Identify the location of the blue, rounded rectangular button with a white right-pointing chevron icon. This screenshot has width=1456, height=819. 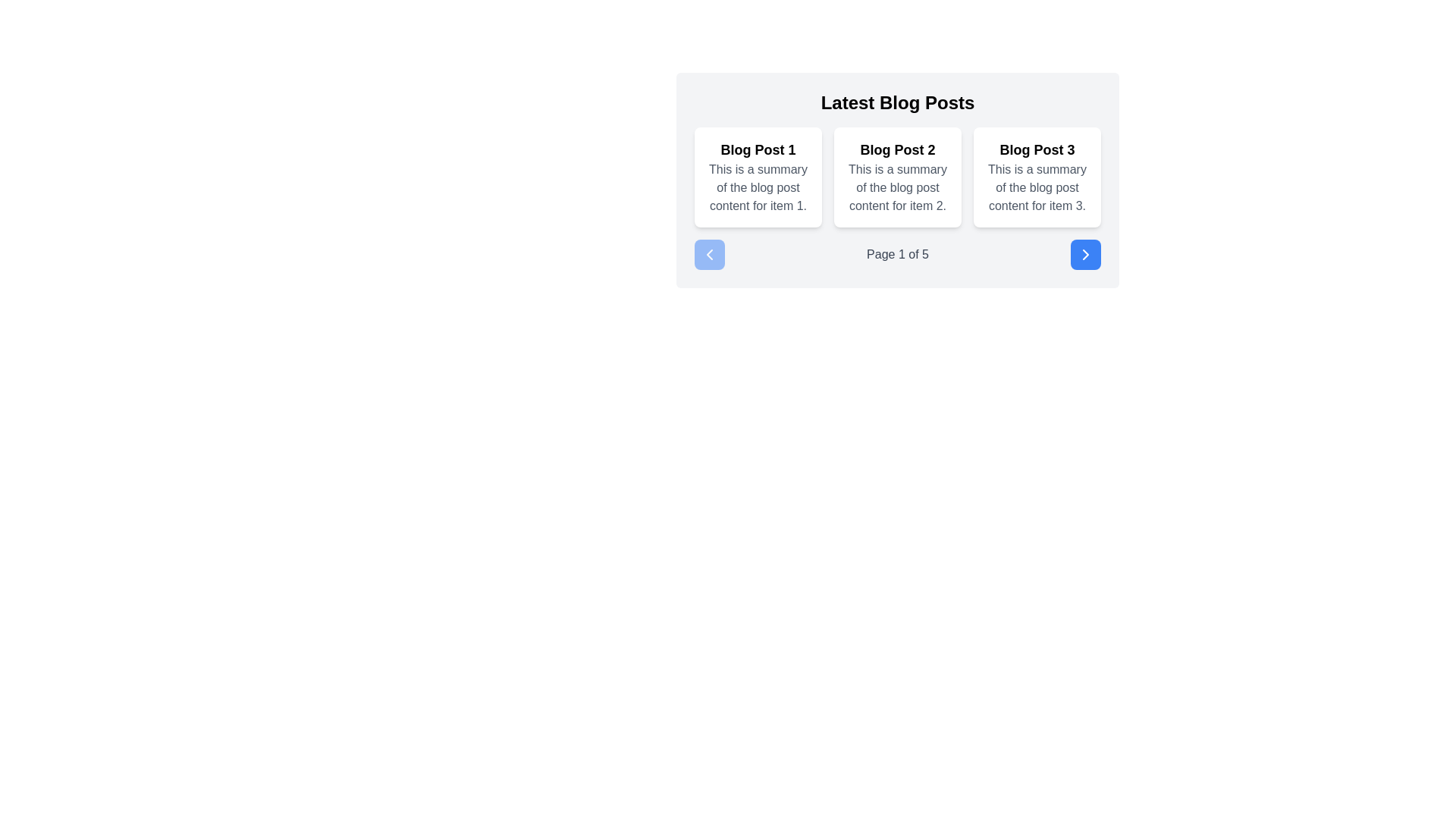
(1084, 253).